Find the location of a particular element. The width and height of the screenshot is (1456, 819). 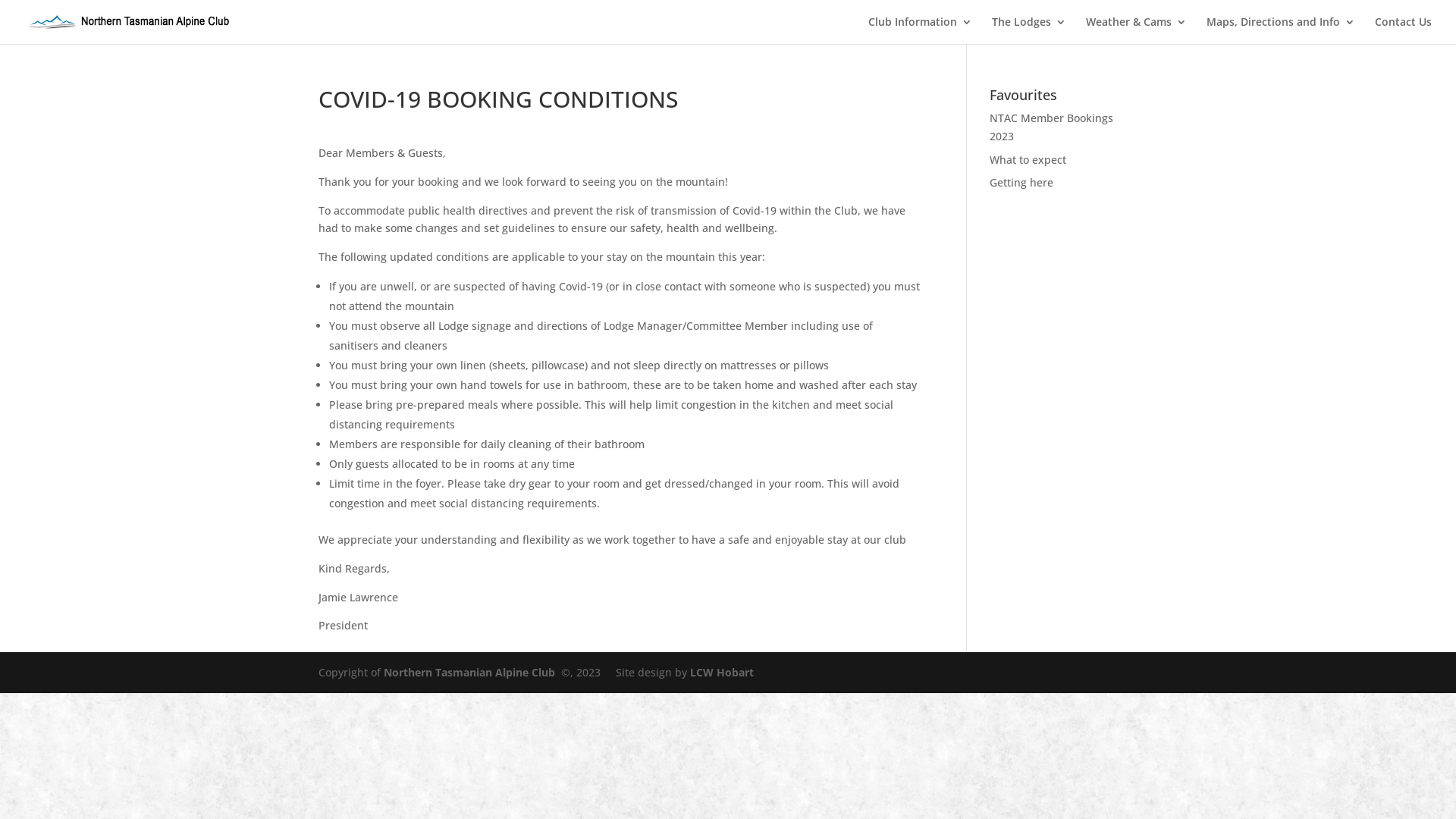

'Getting here' is located at coordinates (990, 181).